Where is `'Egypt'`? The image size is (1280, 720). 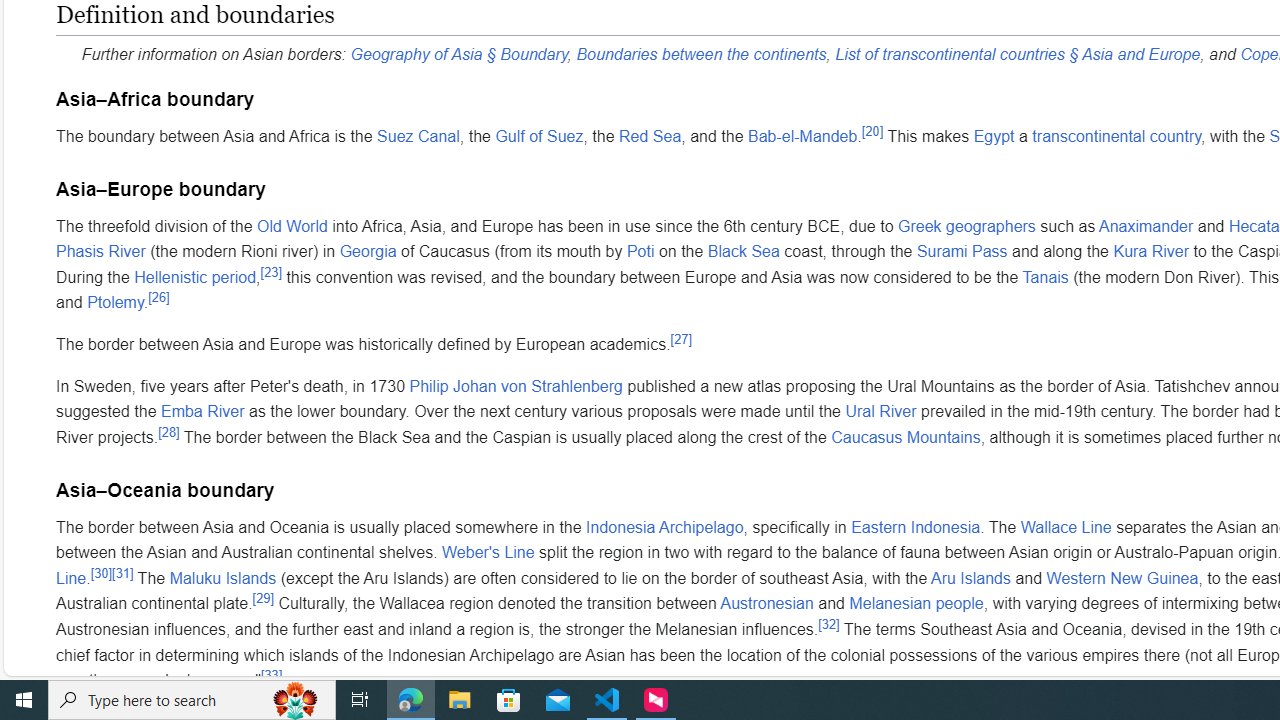
'Egypt' is located at coordinates (993, 135).